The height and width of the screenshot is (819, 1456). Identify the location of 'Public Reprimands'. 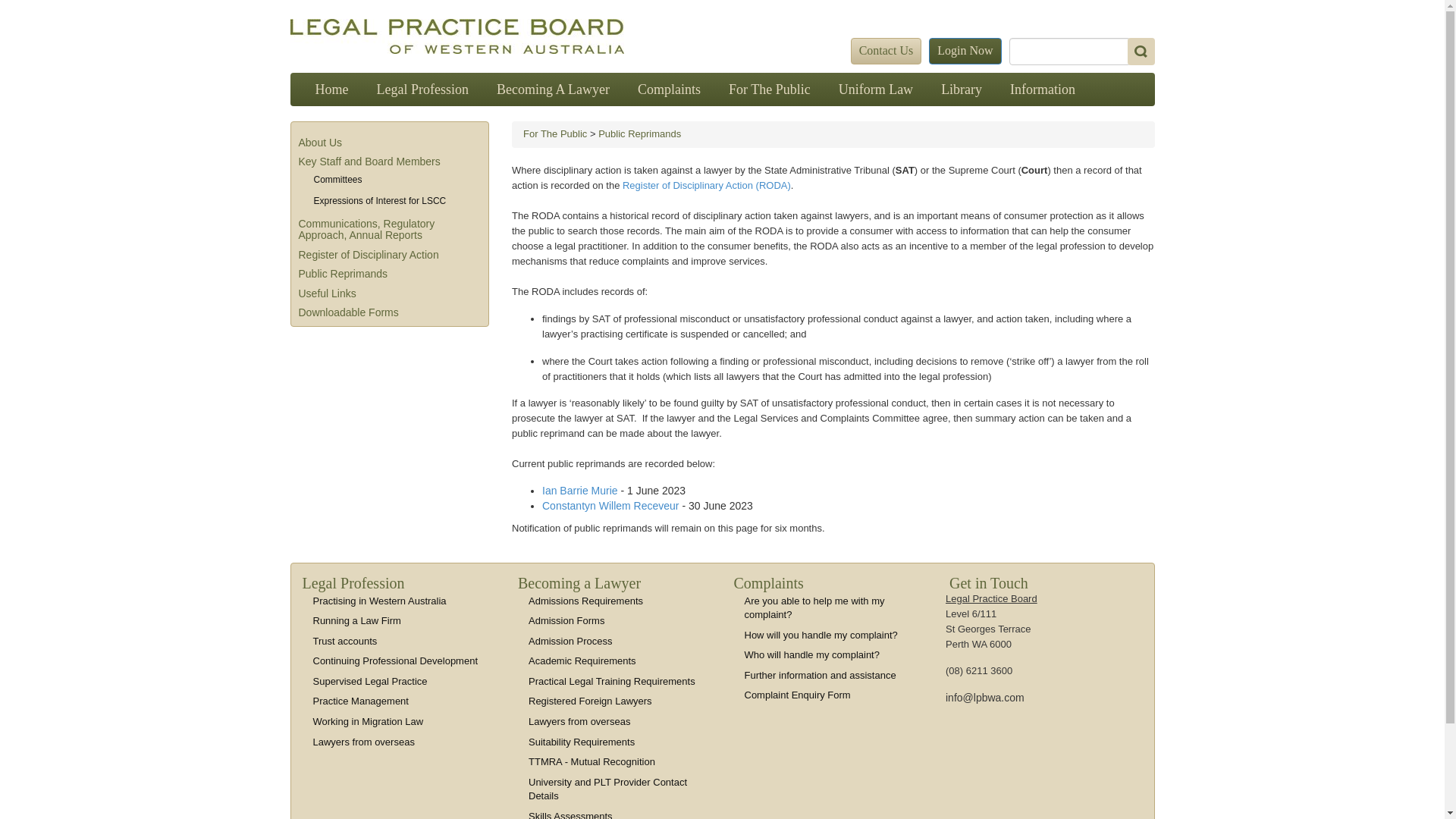
(342, 274).